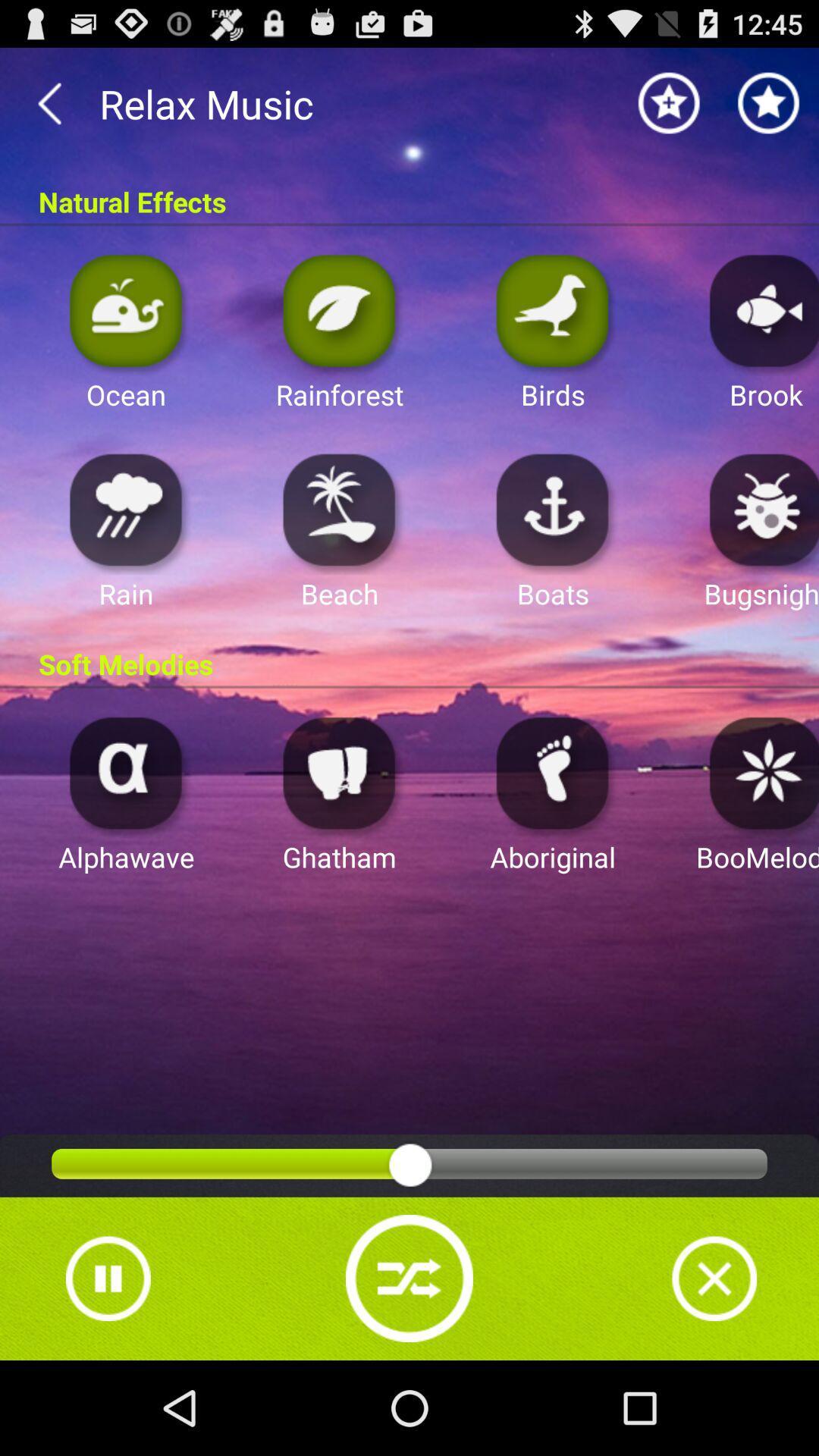 The image size is (819, 1456). Describe the element at coordinates (760, 309) in the screenshot. I see `the brook button` at that location.